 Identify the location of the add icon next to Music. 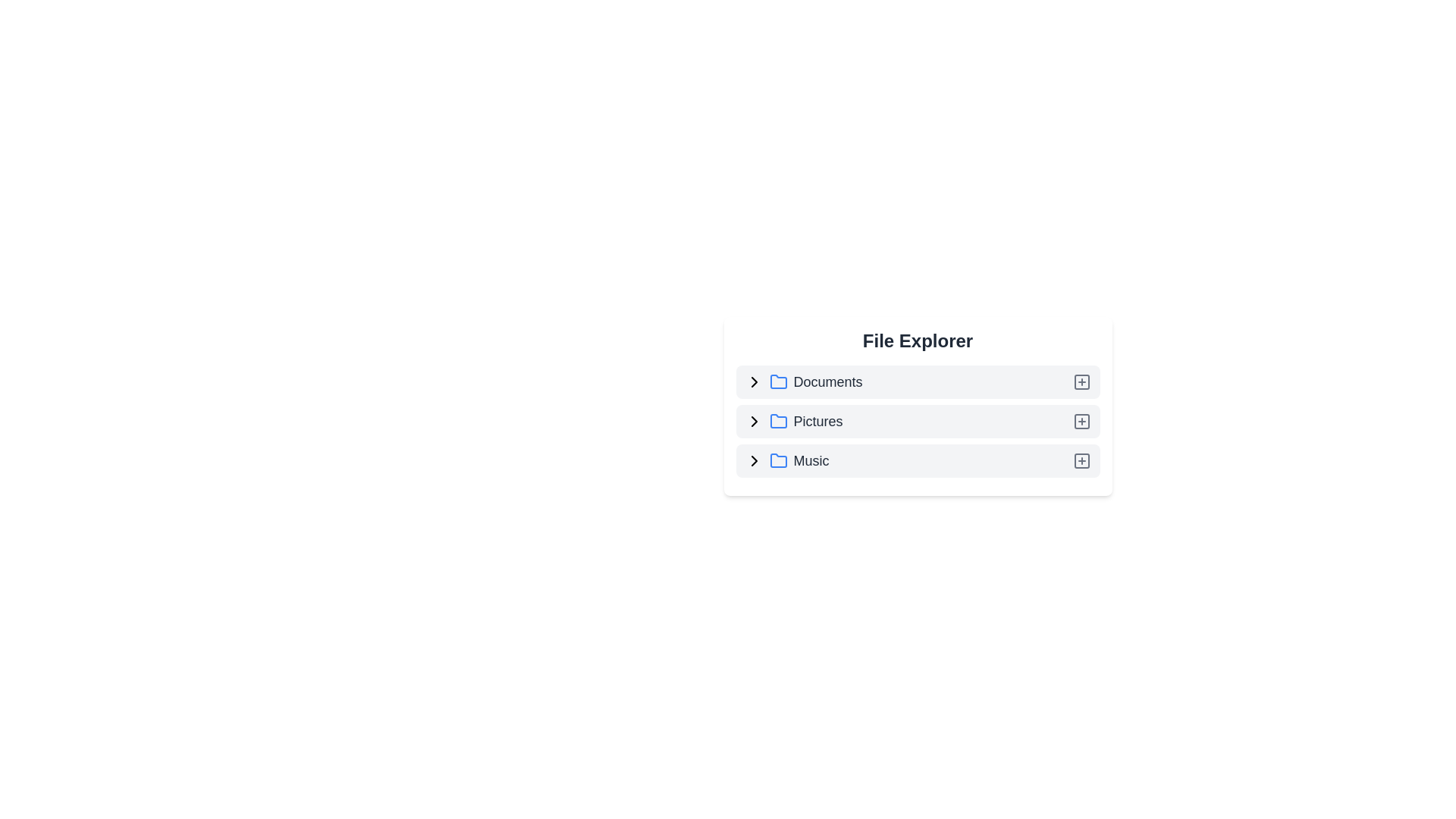
(1081, 460).